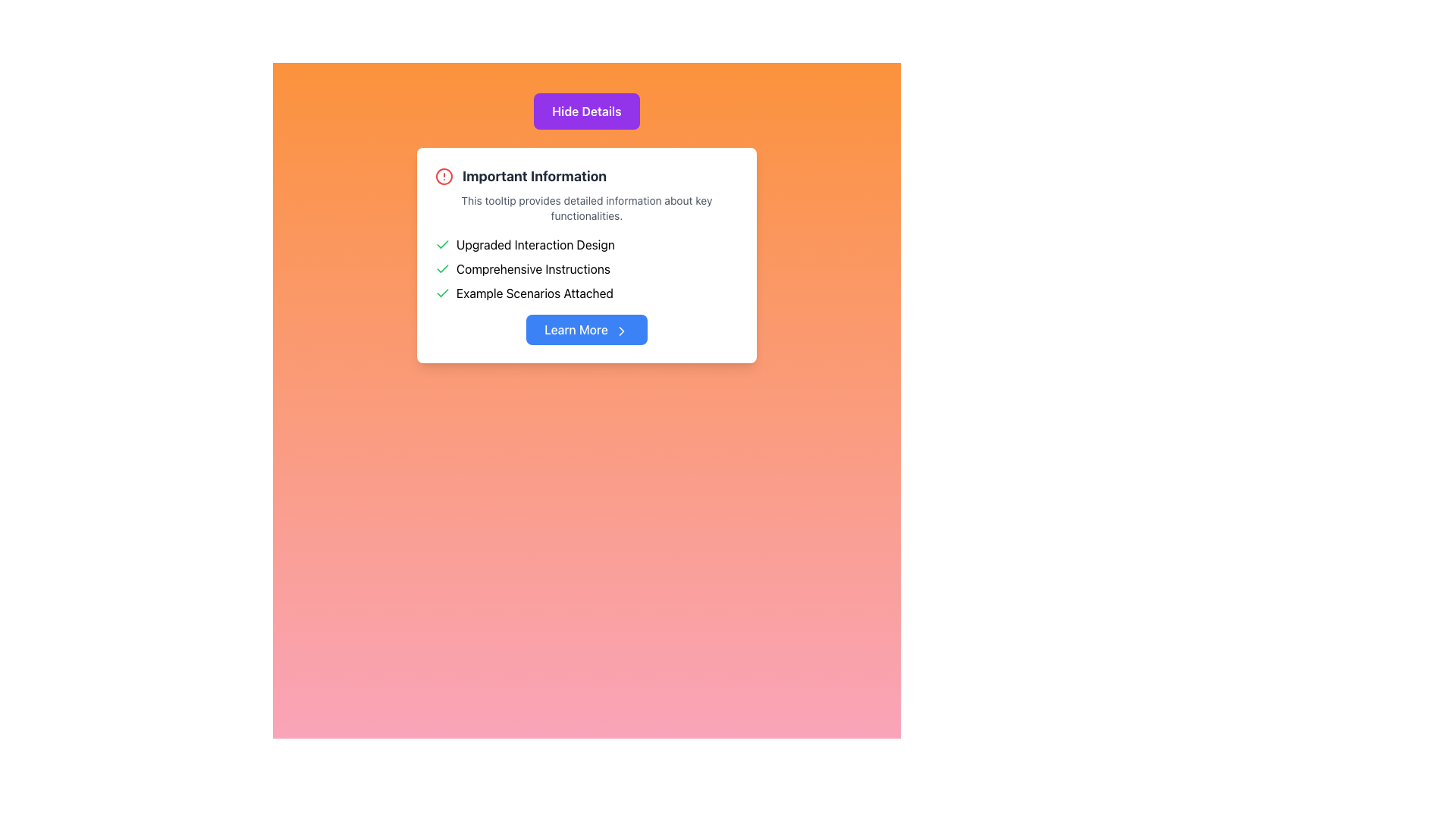 Image resolution: width=1456 pixels, height=819 pixels. Describe the element at coordinates (621, 330) in the screenshot. I see `the interactive icon located in the bottom-right corner of the 'Learn More' button, which suggests navigation or progression after the text 'Learn More'` at that location.